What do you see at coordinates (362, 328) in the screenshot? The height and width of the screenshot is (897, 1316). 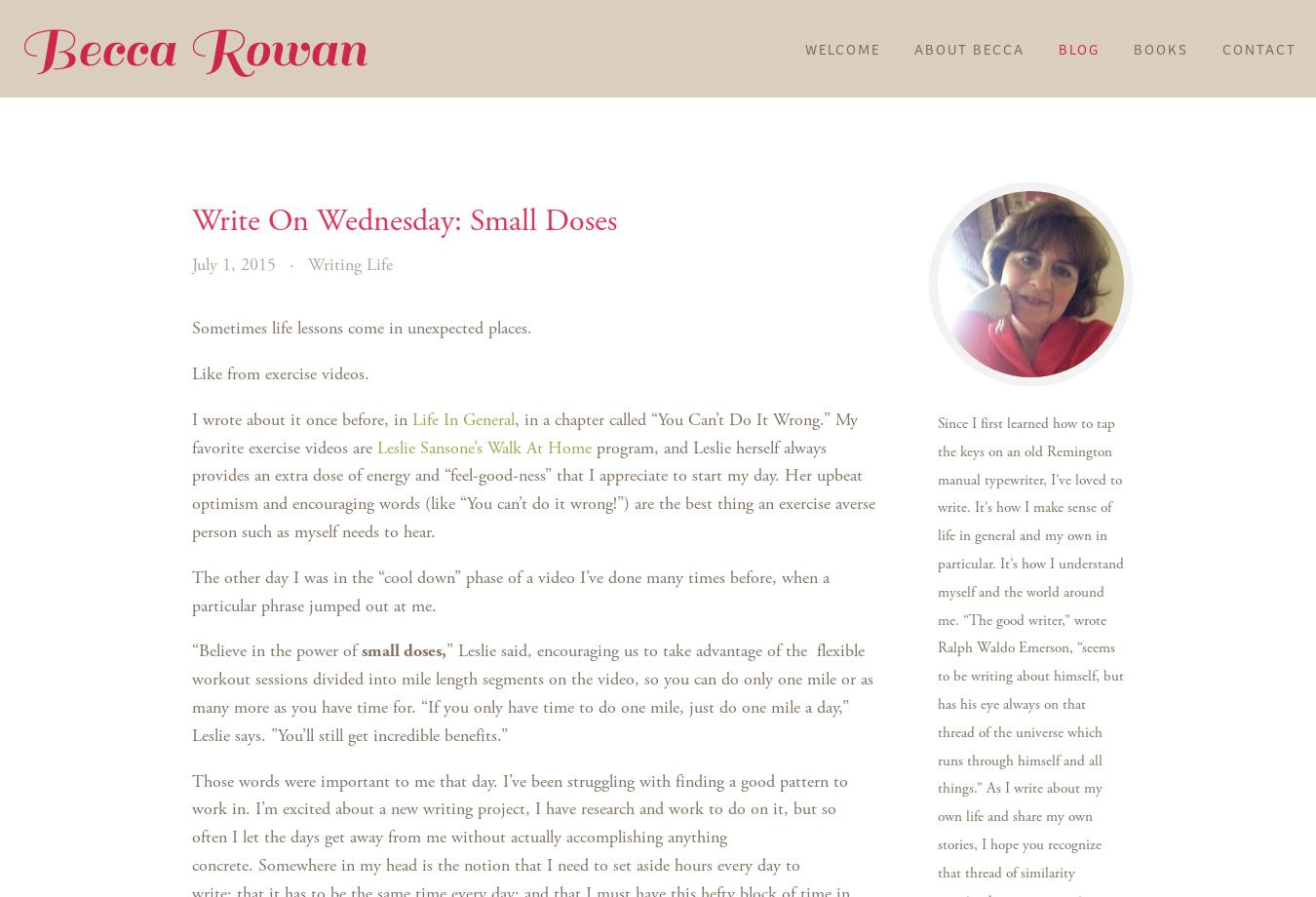 I see `'Sometimes life lessons come in unexpected places.'` at bounding box center [362, 328].